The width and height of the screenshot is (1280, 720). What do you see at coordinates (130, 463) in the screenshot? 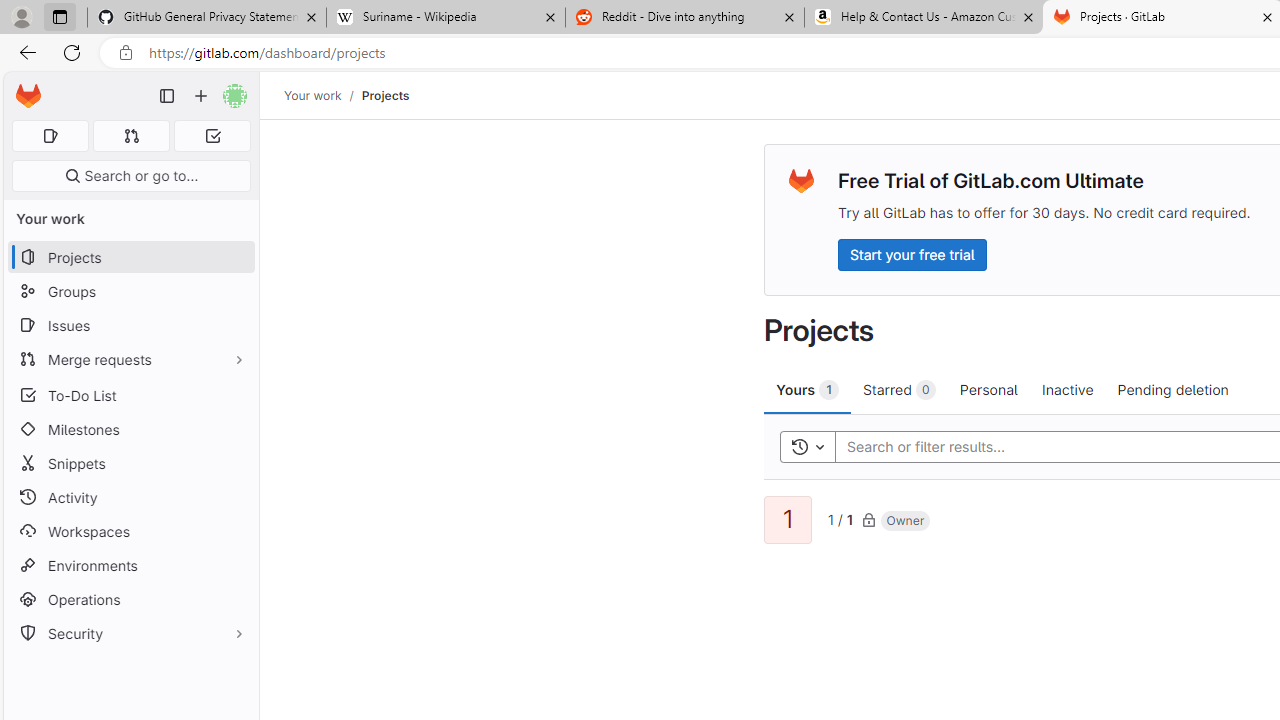
I see `'Snippets'` at bounding box center [130, 463].